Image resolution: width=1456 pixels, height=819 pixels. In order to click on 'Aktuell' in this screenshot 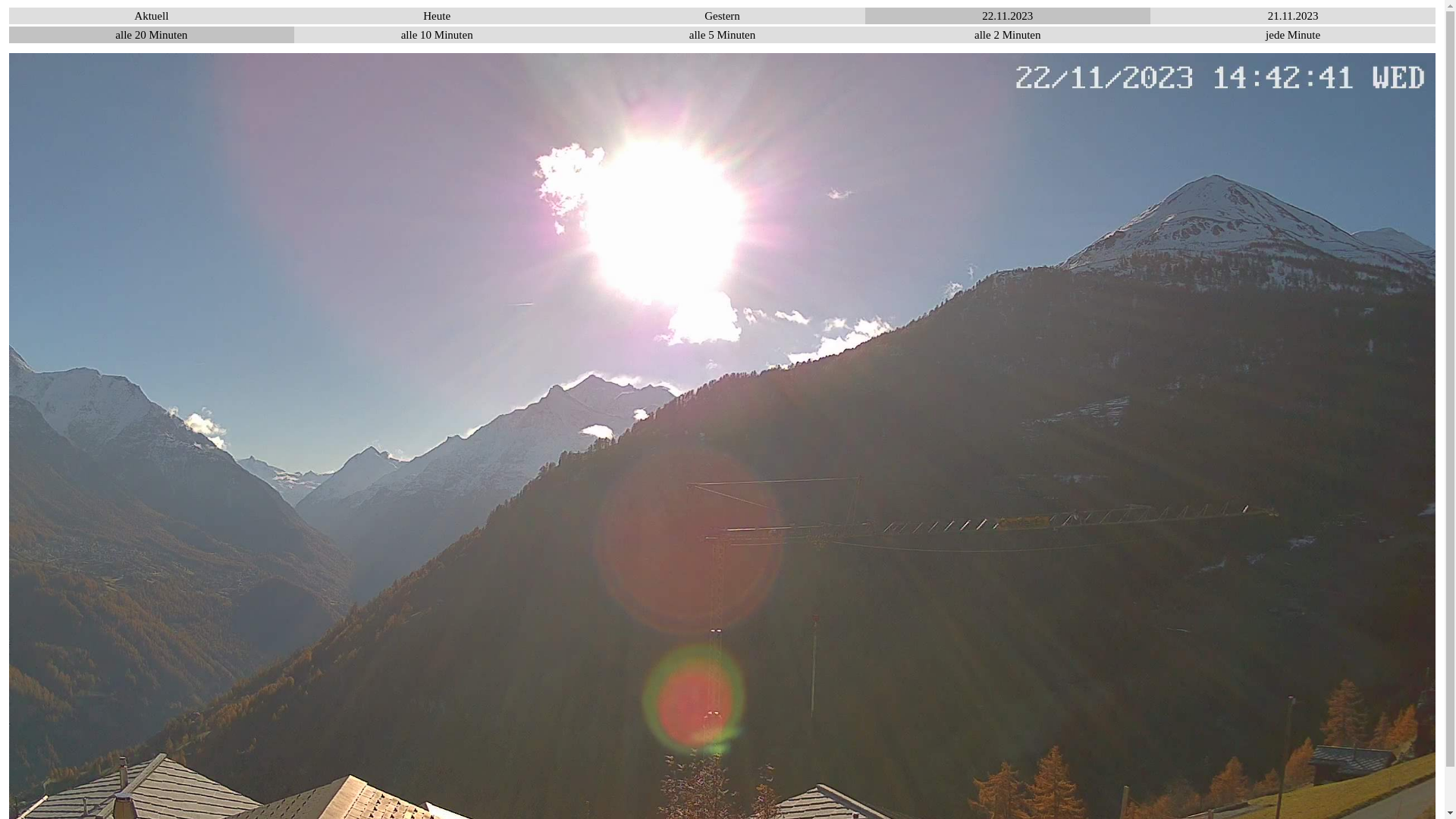, I will do `click(152, 15)`.